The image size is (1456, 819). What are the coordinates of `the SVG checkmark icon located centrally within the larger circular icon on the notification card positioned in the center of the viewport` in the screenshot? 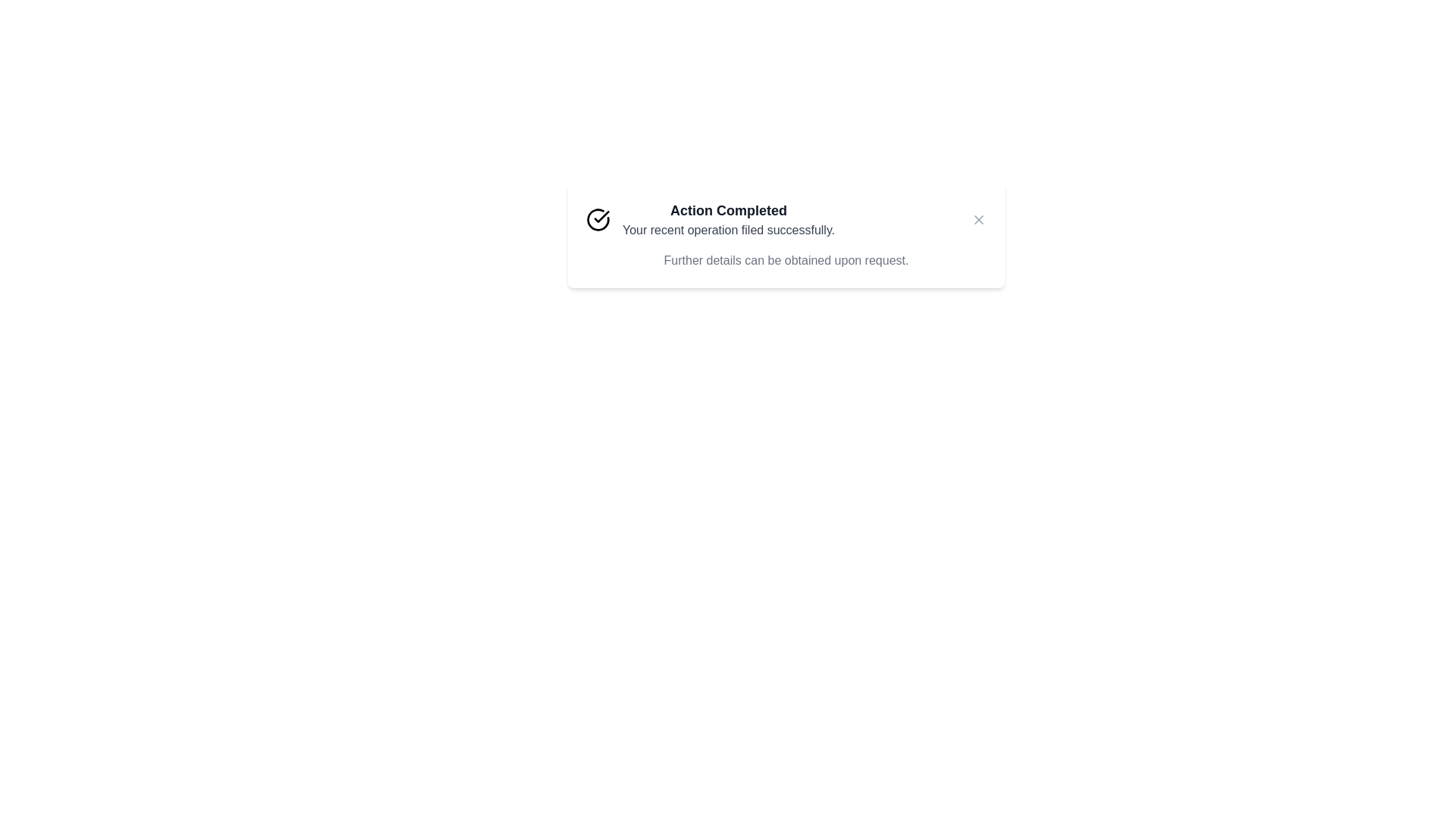 It's located at (601, 216).